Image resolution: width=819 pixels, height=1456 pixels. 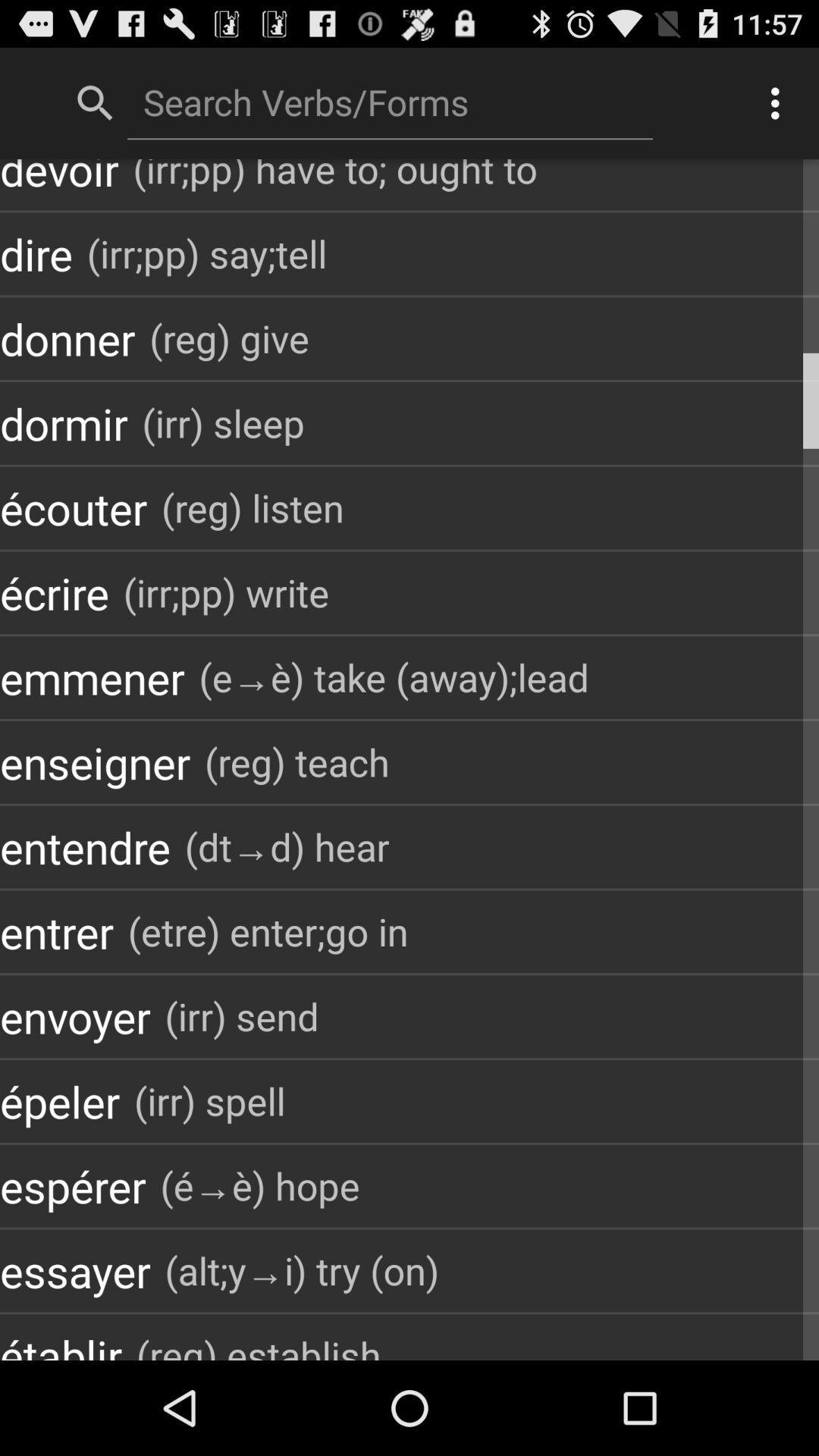 What do you see at coordinates (63, 423) in the screenshot?
I see `the icon to the left of the (irr) sleep item` at bounding box center [63, 423].